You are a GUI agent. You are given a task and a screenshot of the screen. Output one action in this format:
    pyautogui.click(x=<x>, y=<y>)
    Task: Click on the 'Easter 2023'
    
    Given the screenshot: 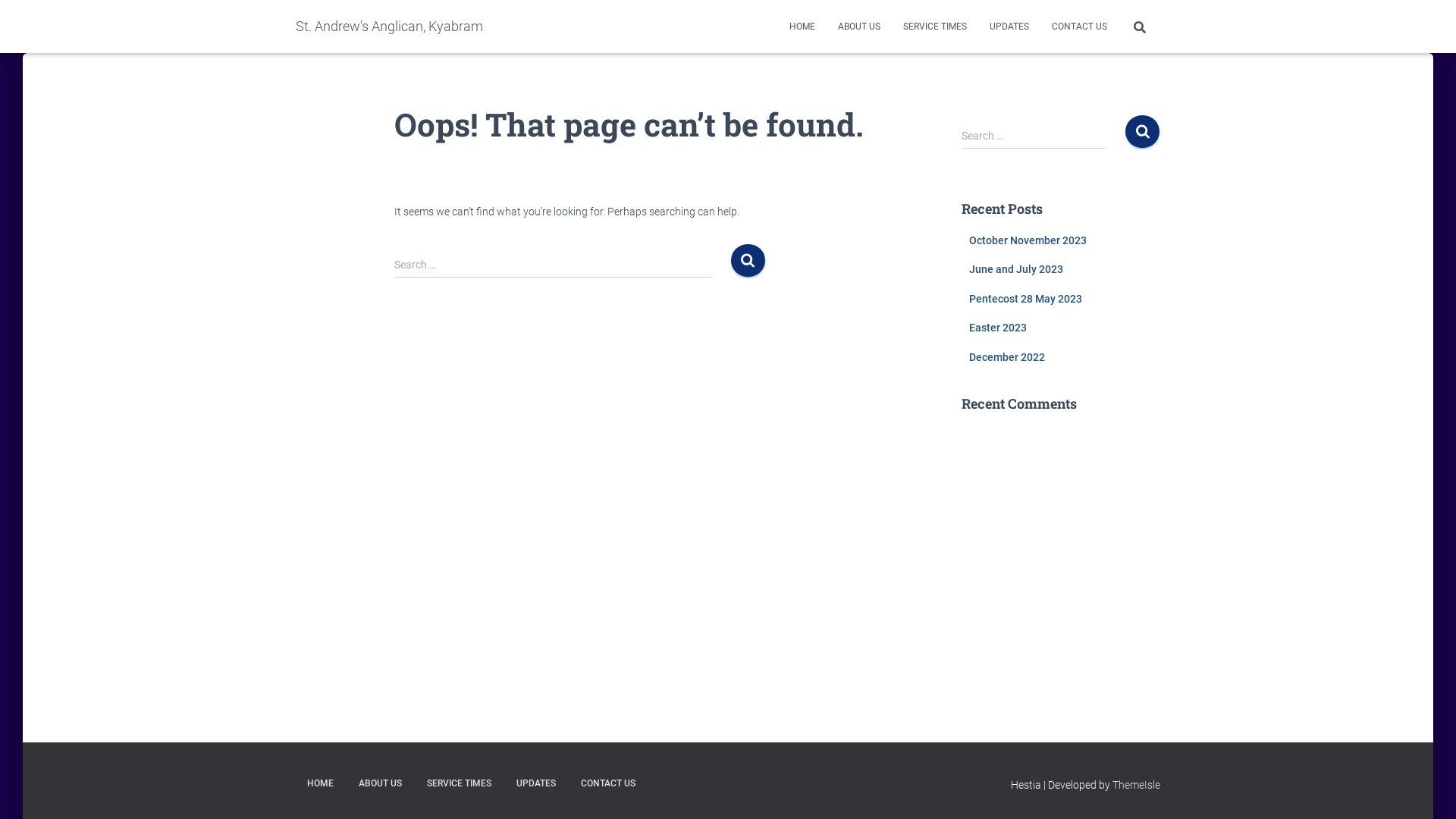 What is the action you would take?
    pyautogui.click(x=997, y=327)
    